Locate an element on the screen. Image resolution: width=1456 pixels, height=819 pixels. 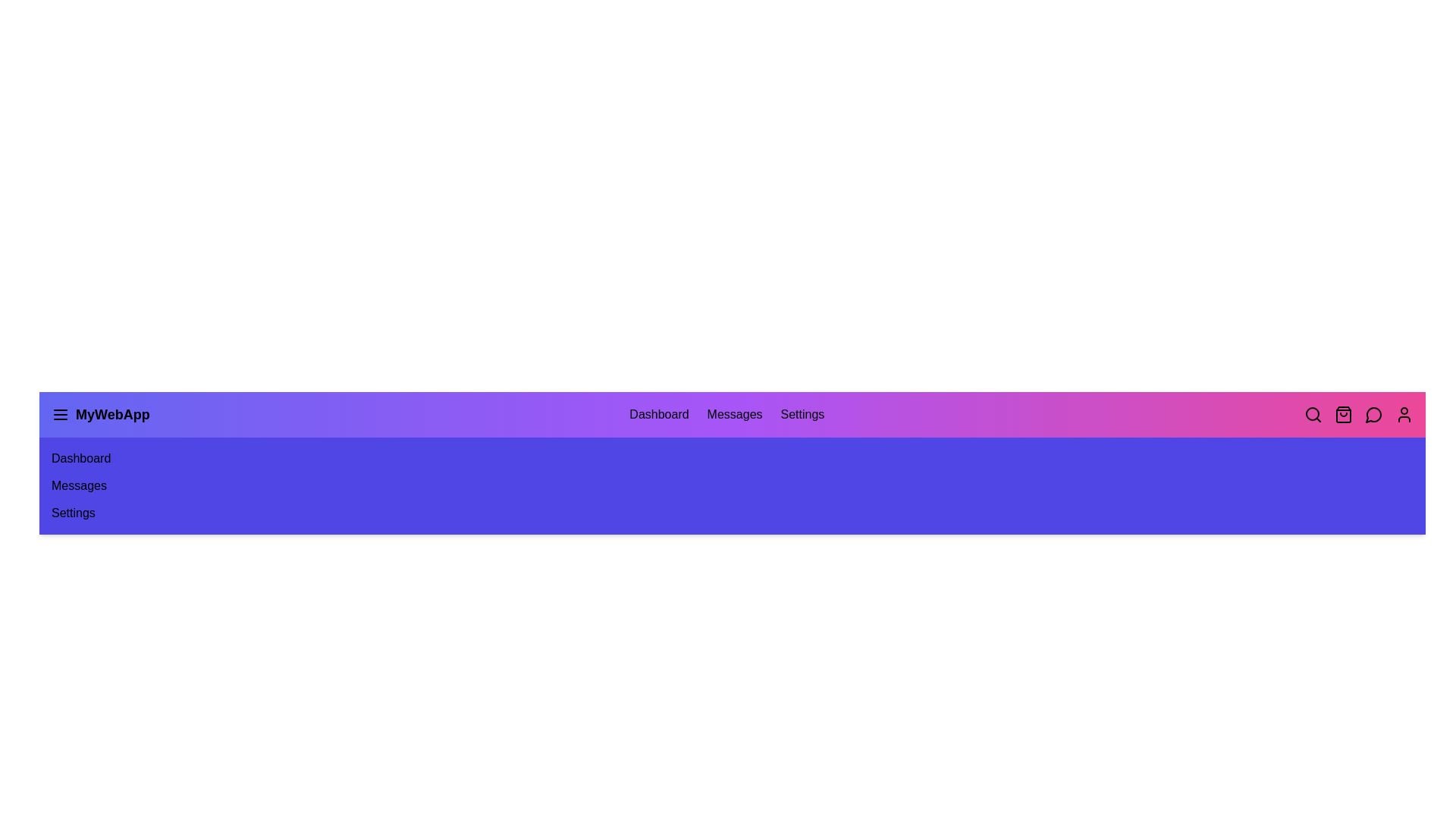
the menu item Messages to observe the hover effect is located at coordinates (735, 415).